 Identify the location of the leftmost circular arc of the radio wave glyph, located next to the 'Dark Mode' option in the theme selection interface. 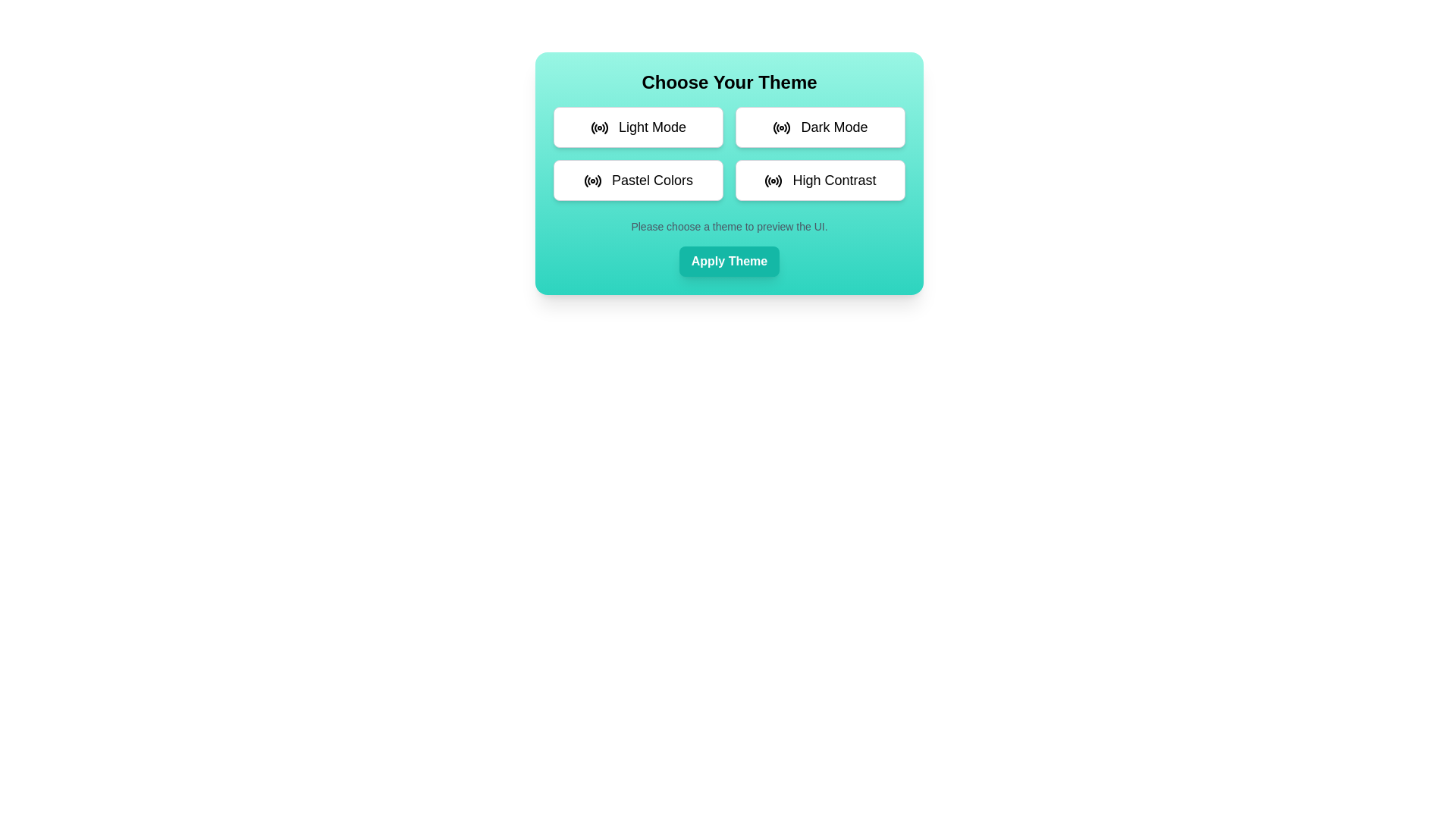
(775, 127).